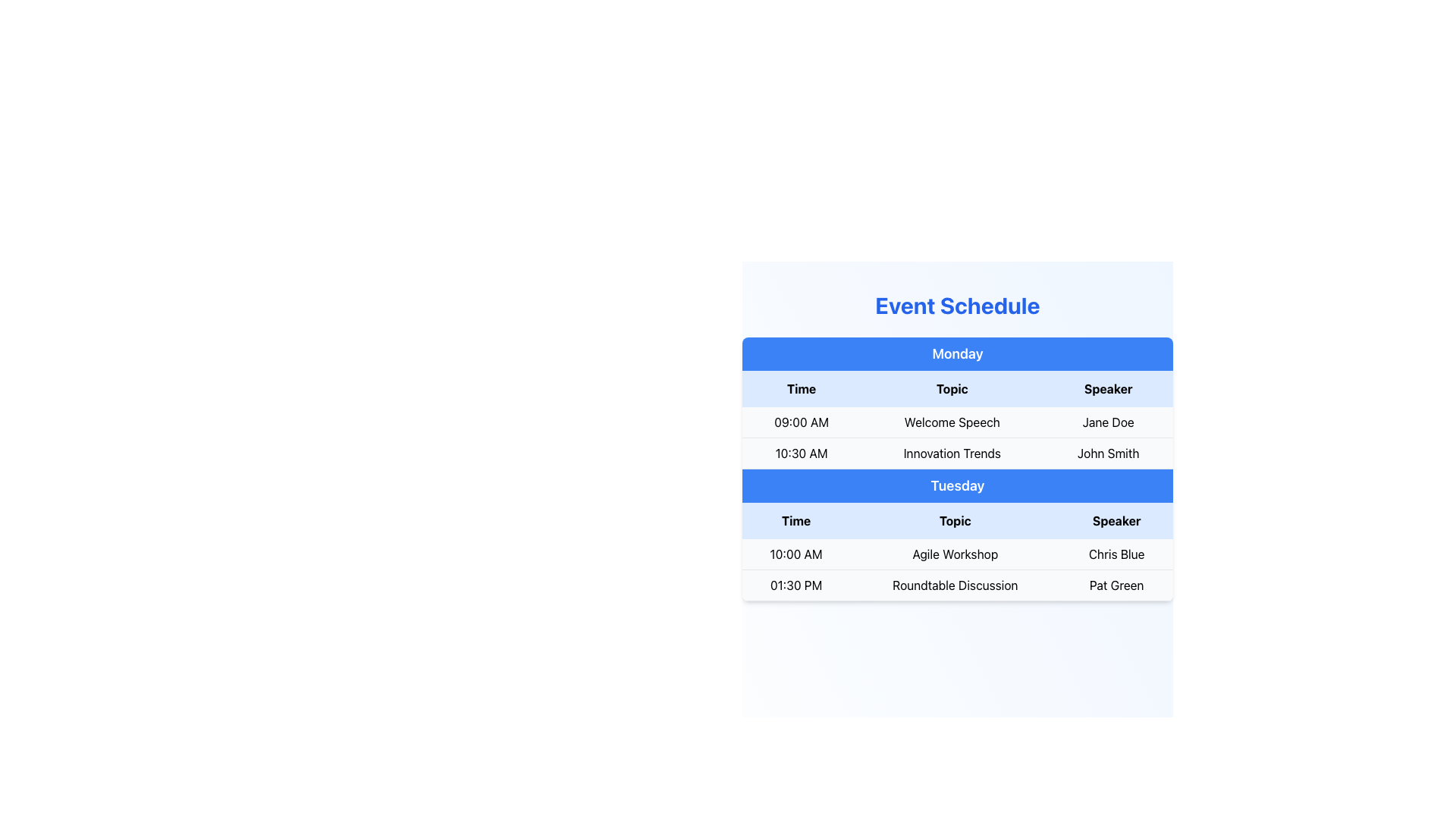 Image resolution: width=1456 pixels, height=819 pixels. I want to click on the static text label indicating the scheduled time for the 'Agile Workshop' event, located in the first cell of the second row for 'Tuesday' in the table, so click(795, 554).